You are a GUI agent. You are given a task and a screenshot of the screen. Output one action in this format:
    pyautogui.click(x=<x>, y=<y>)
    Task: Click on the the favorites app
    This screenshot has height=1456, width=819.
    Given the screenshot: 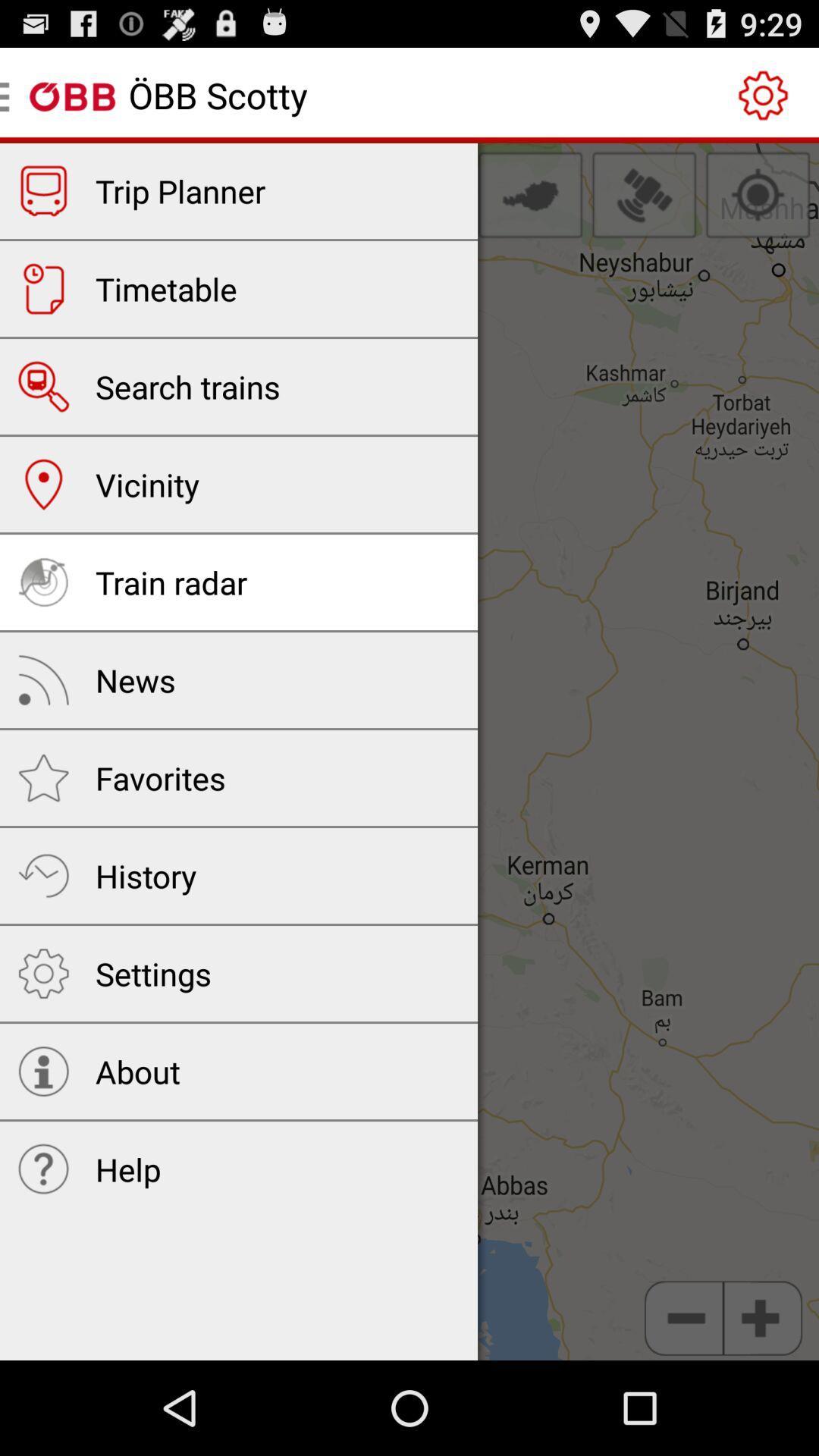 What is the action you would take?
    pyautogui.click(x=160, y=778)
    